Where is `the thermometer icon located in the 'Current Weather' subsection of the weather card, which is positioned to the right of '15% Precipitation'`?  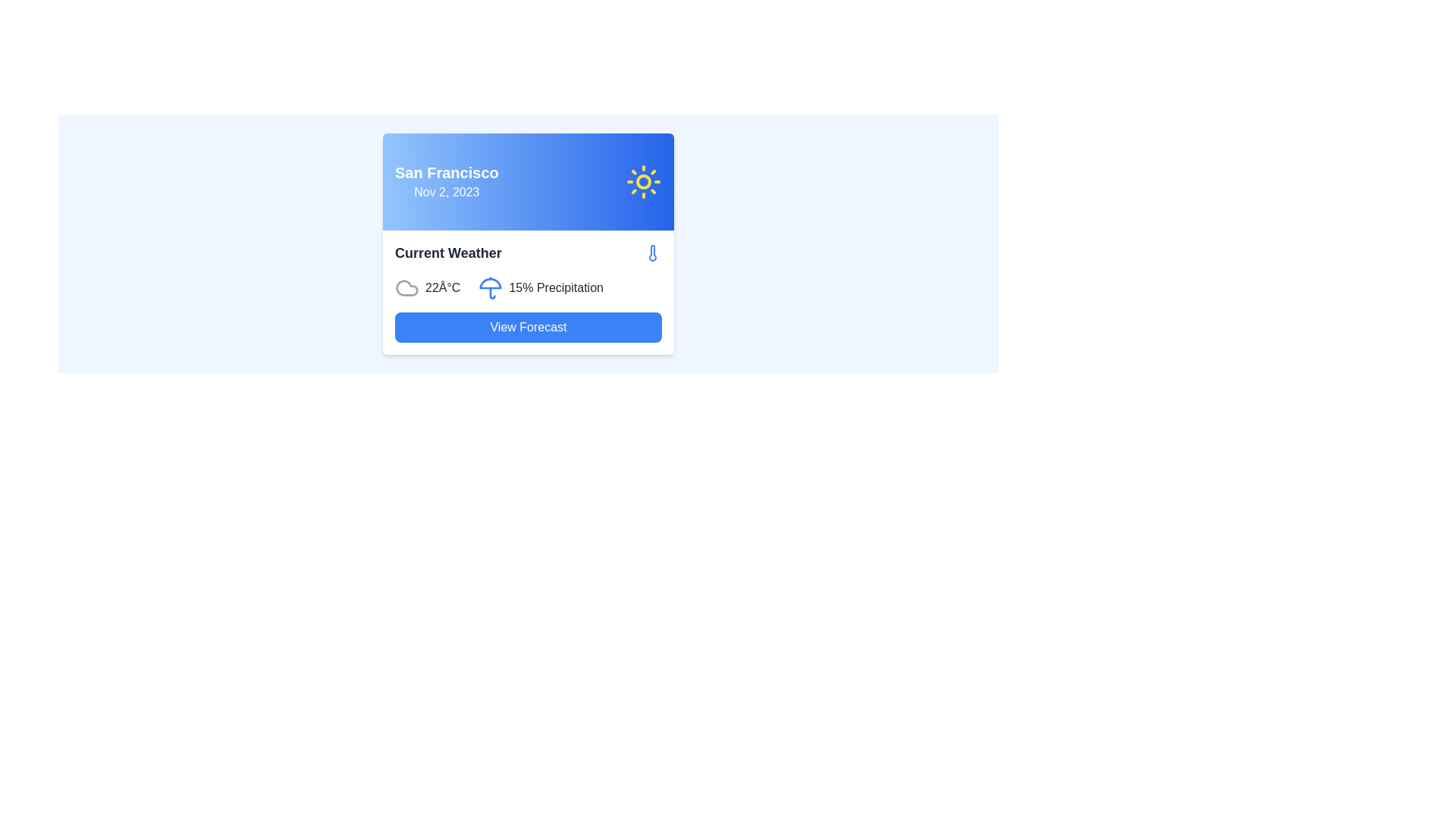 the thermometer icon located in the 'Current Weather' subsection of the weather card, which is positioned to the right of '15% Precipitation' is located at coordinates (652, 253).